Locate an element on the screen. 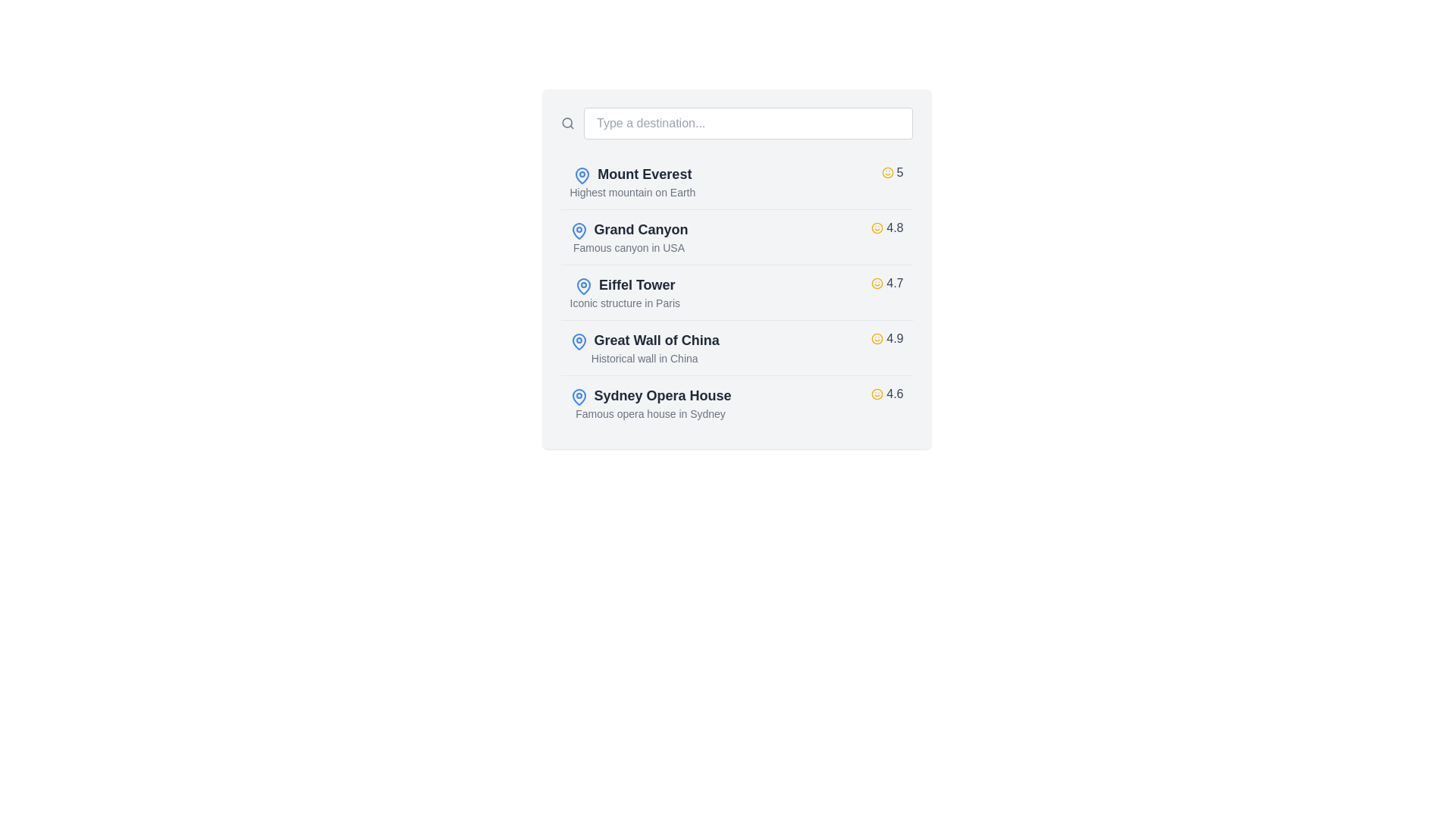 The image size is (1456, 819). the second list item for the Grand Canyon in the destinations list is located at coordinates (629, 237).